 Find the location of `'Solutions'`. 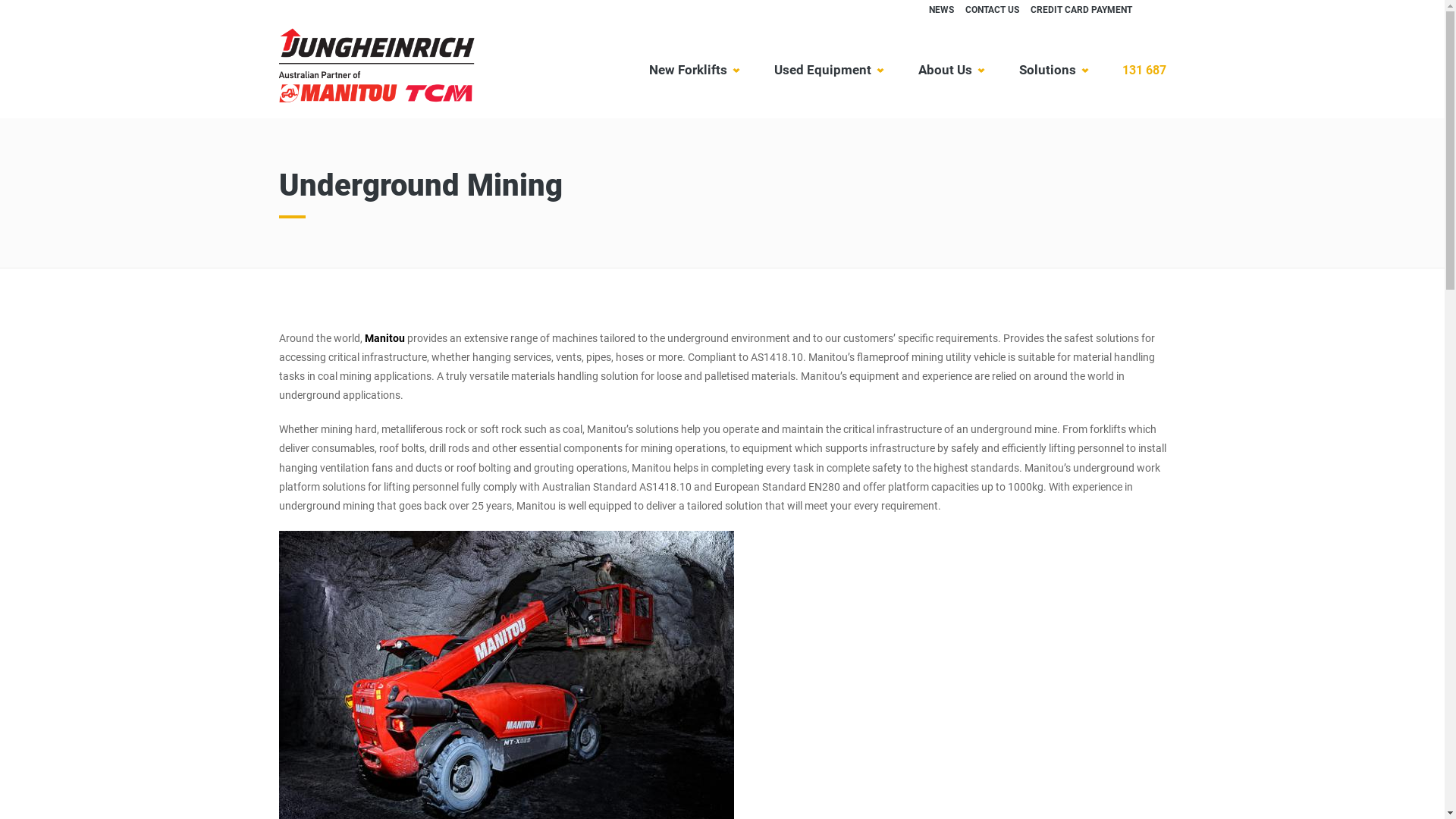

'Solutions' is located at coordinates (1052, 70).